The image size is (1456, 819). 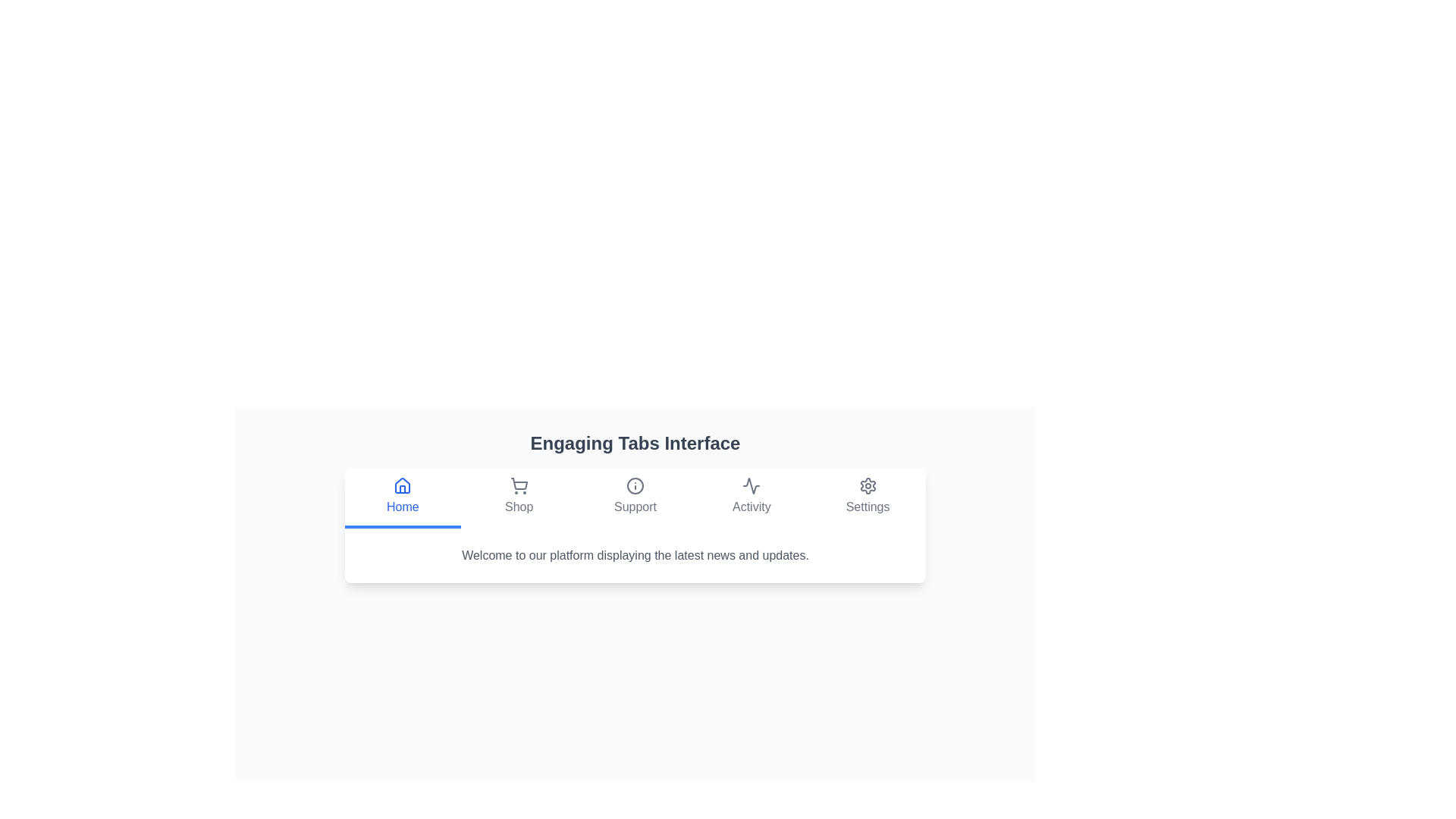 I want to click on the 'Shop' tab navigation item, which is the second tab from the left, featuring a shopping cart icon above the text, so click(x=519, y=497).